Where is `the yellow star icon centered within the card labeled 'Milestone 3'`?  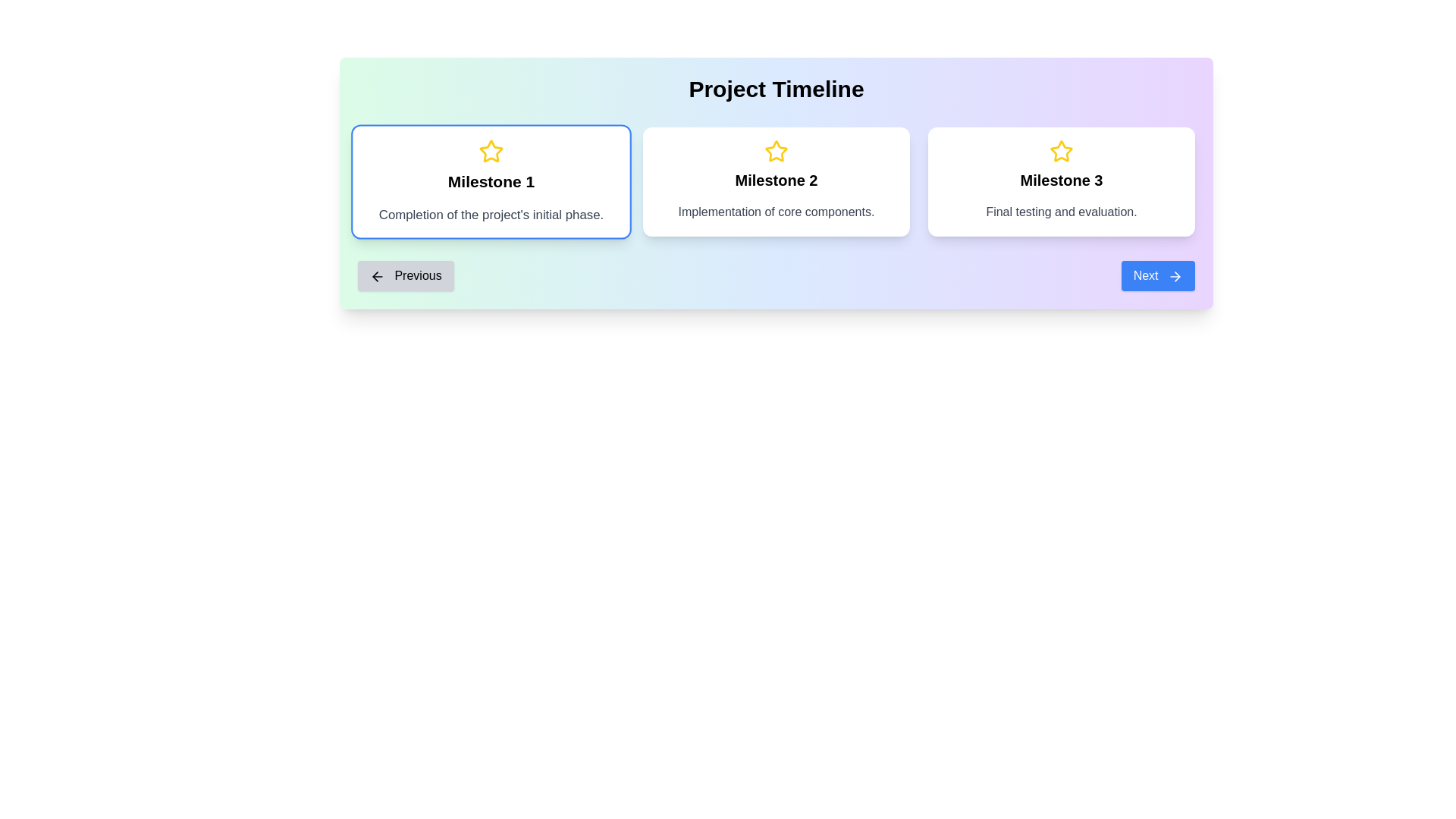
the yellow star icon centered within the card labeled 'Milestone 3' is located at coordinates (1061, 151).